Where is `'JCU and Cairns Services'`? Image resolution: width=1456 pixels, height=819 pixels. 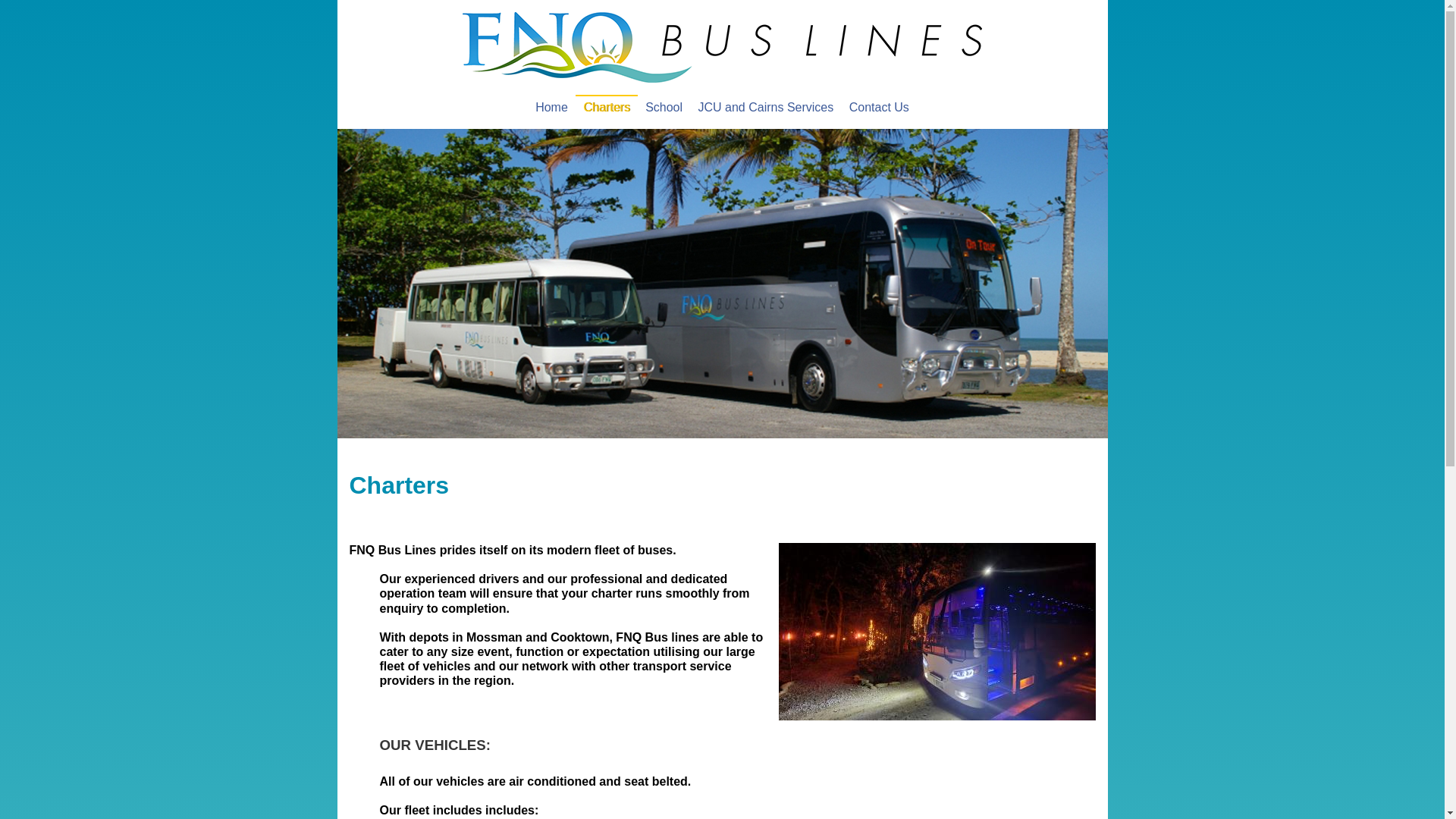
'JCU and Cairns Services' is located at coordinates (765, 107).